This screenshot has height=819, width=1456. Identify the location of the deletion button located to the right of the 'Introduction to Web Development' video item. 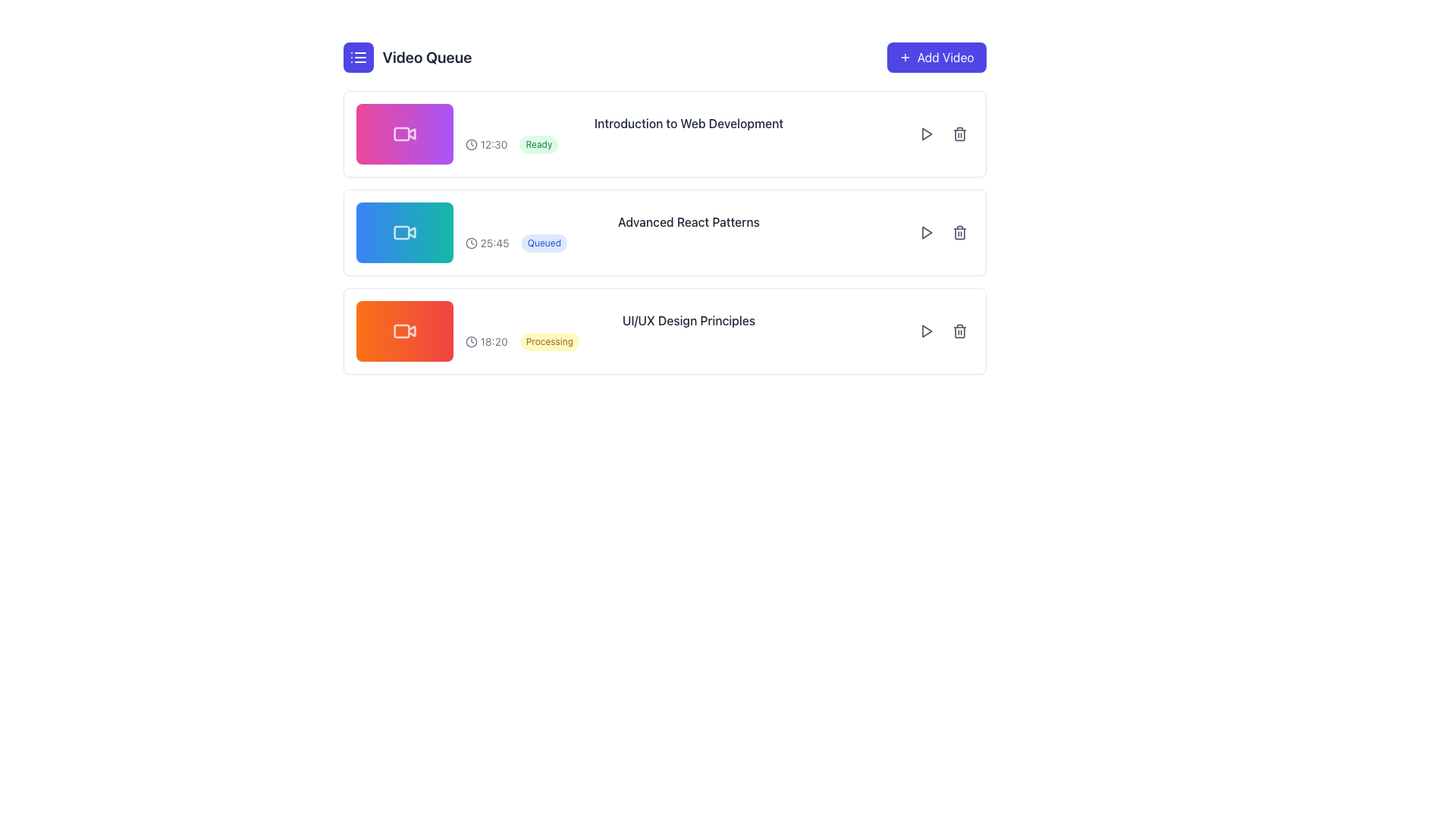
(959, 133).